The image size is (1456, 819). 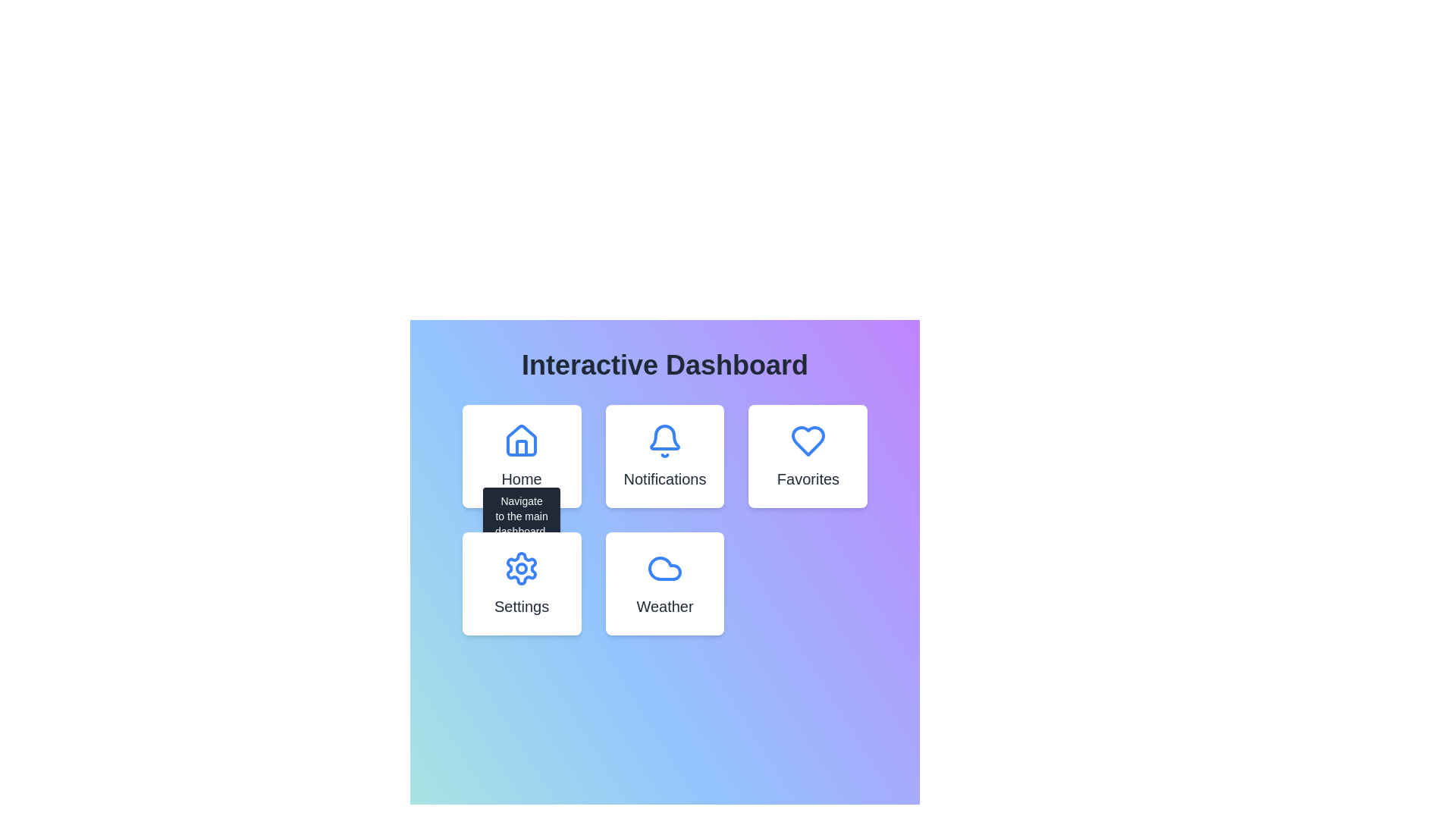 What do you see at coordinates (522, 479) in the screenshot?
I see `the text label that identifies the purpose of the associated button for navigating to the main dashboard, located below the house icon` at bounding box center [522, 479].